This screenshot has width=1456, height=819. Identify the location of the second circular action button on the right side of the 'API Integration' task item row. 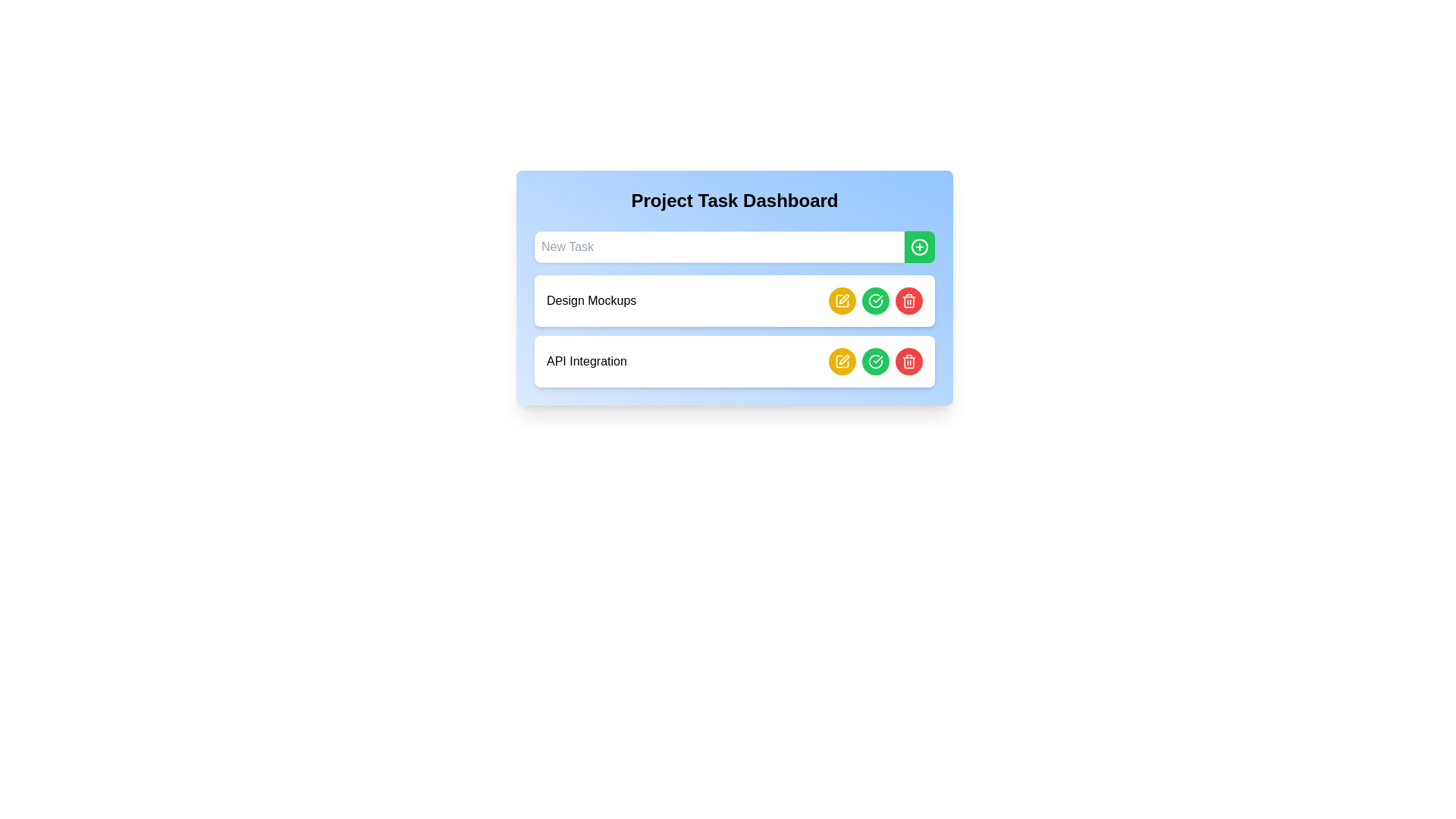
(876, 362).